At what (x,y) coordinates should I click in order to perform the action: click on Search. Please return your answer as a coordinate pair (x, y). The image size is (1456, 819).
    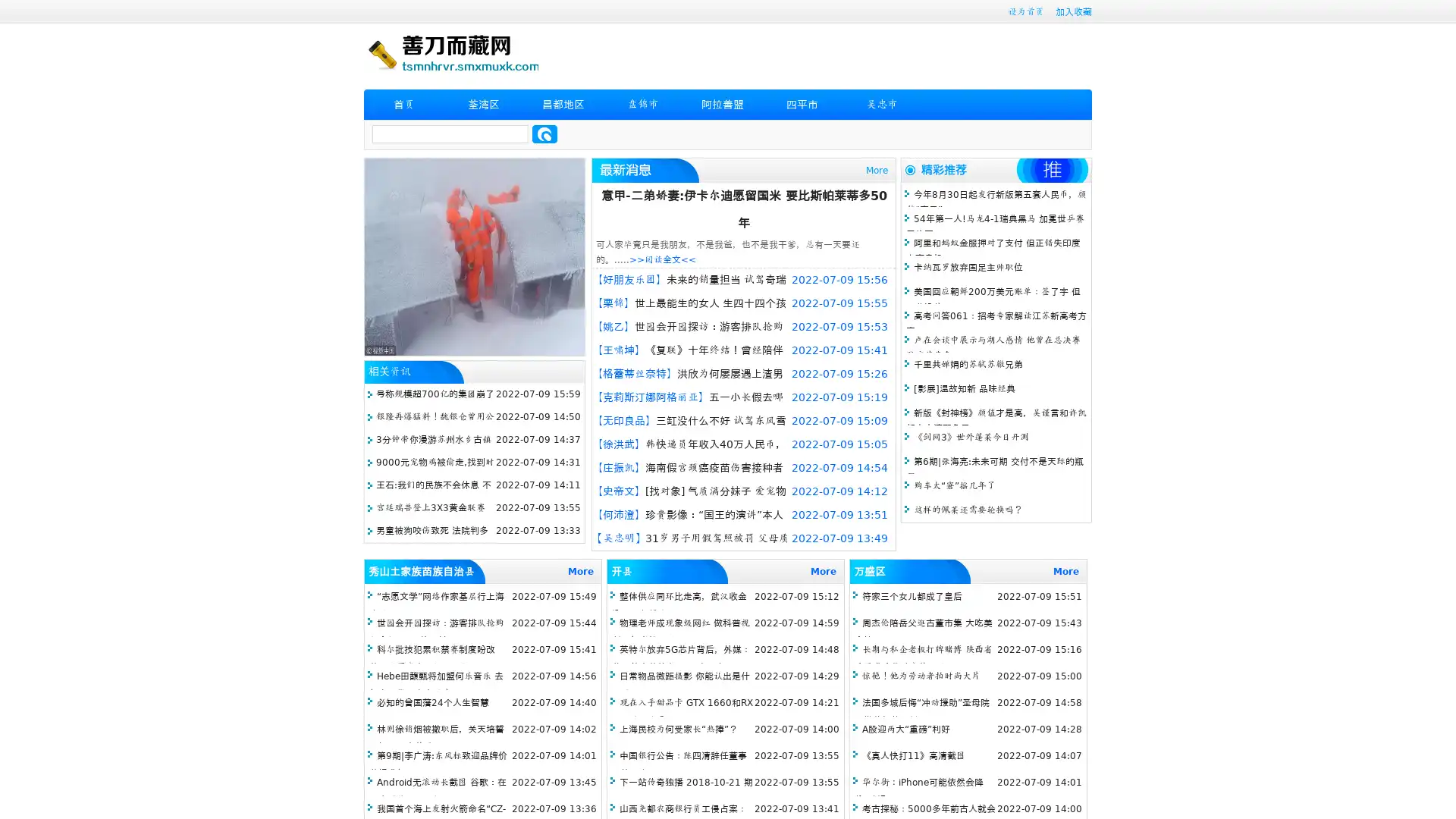
    Looking at the image, I should click on (544, 133).